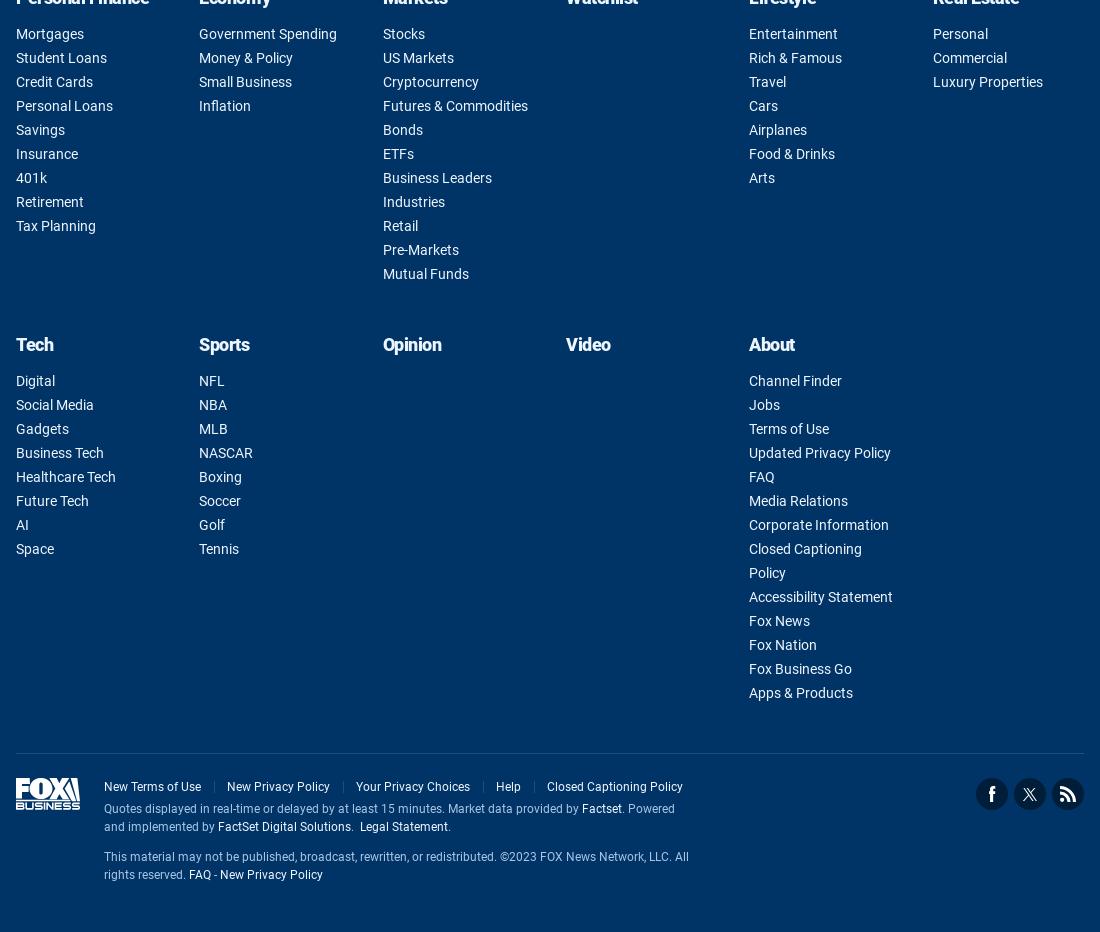  Describe the element at coordinates (412, 201) in the screenshot. I see `'Industries'` at that location.